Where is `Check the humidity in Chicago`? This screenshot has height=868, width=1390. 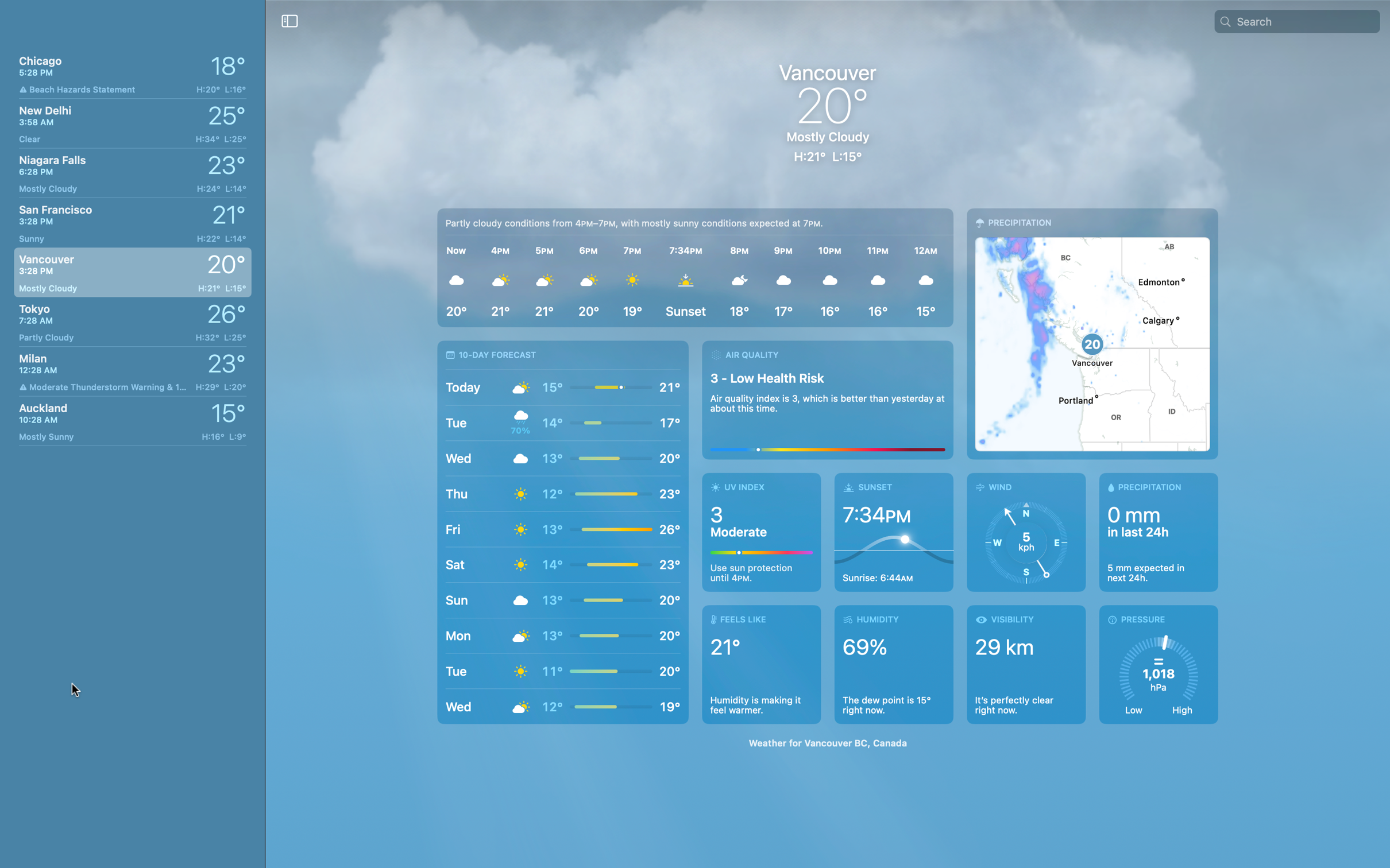
Check the humidity in Chicago is located at coordinates (896, 665).